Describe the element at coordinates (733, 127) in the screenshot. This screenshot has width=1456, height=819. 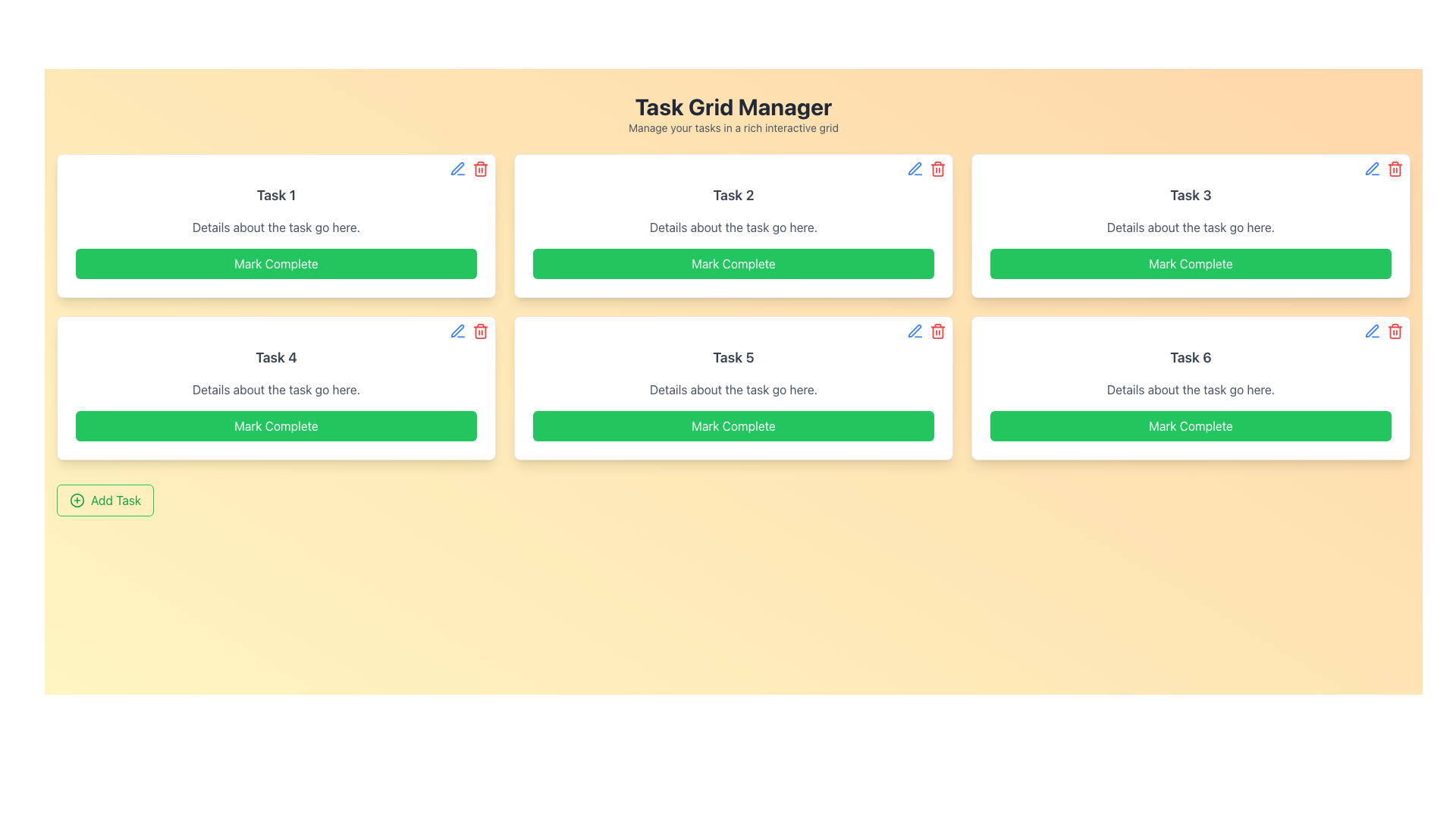
I see `the descriptive text label located directly below the 'Task Grid Manager' header, which provides information about the functionality of the 'Task Grid Manager' feature` at that location.